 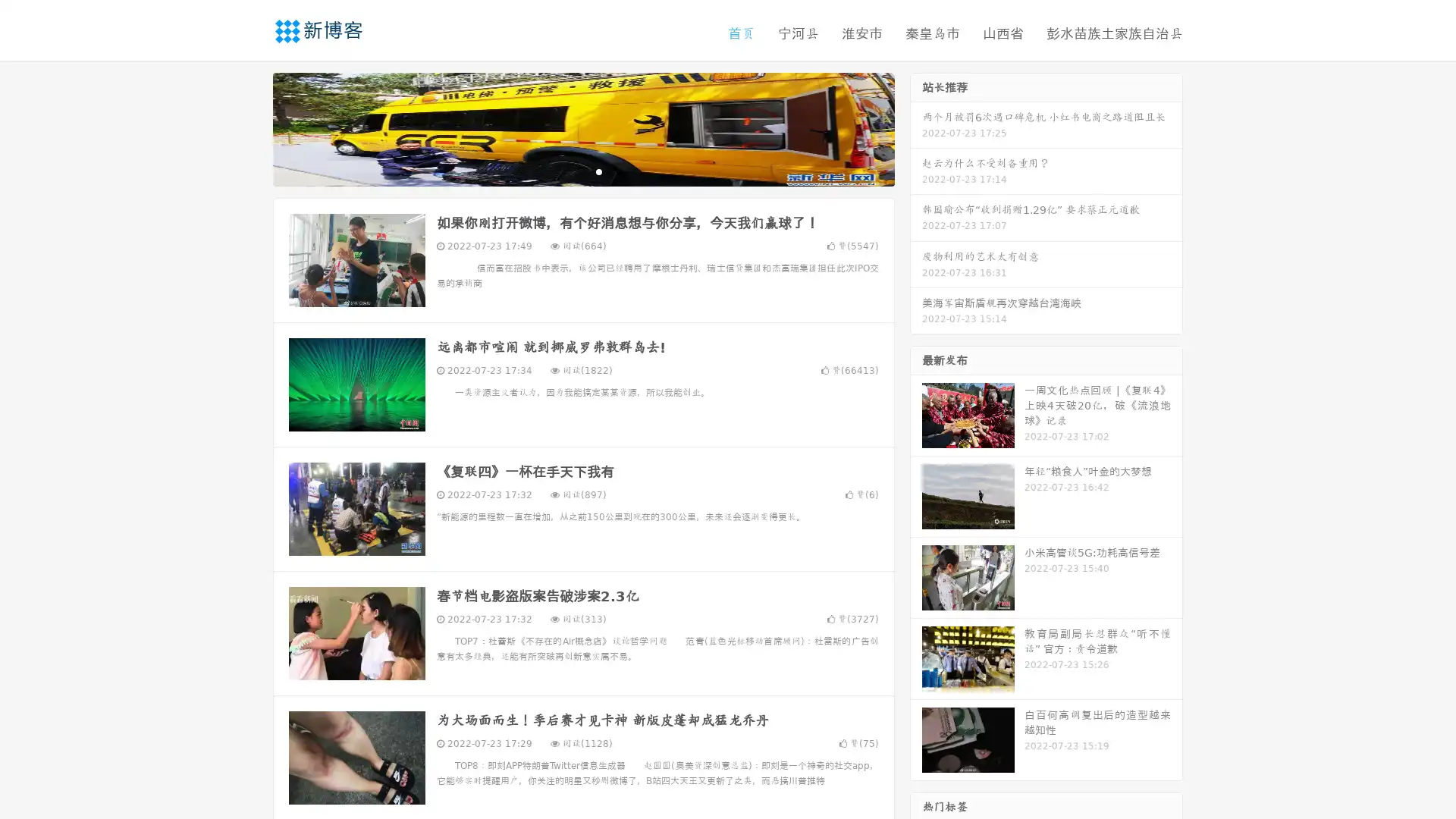 What do you see at coordinates (567, 171) in the screenshot?
I see `Go to slide 1` at bounding box center [567, 171].